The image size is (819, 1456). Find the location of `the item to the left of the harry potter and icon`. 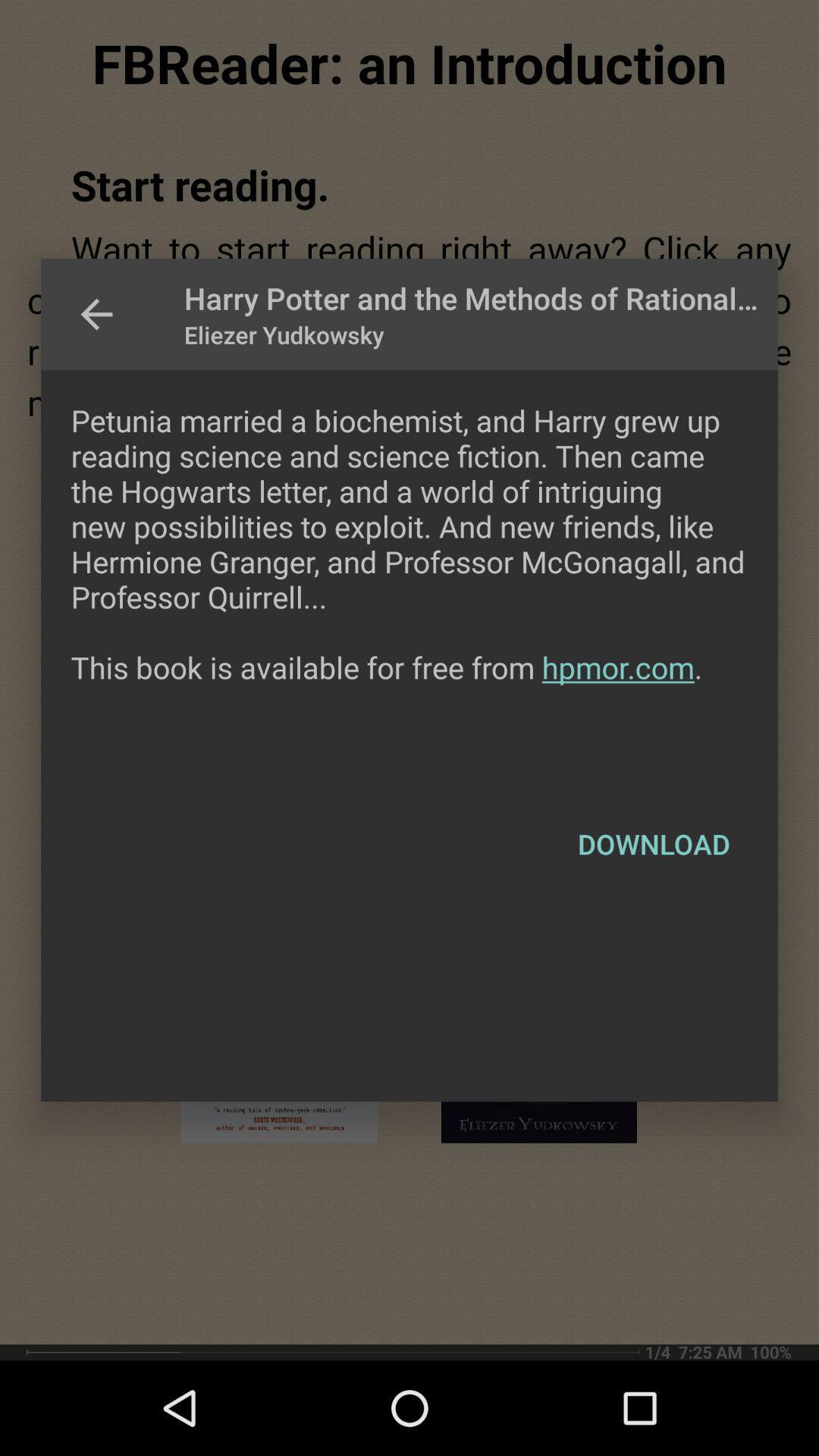

the item to the left of the harry potter and icon is located at coordinates (96, 313).